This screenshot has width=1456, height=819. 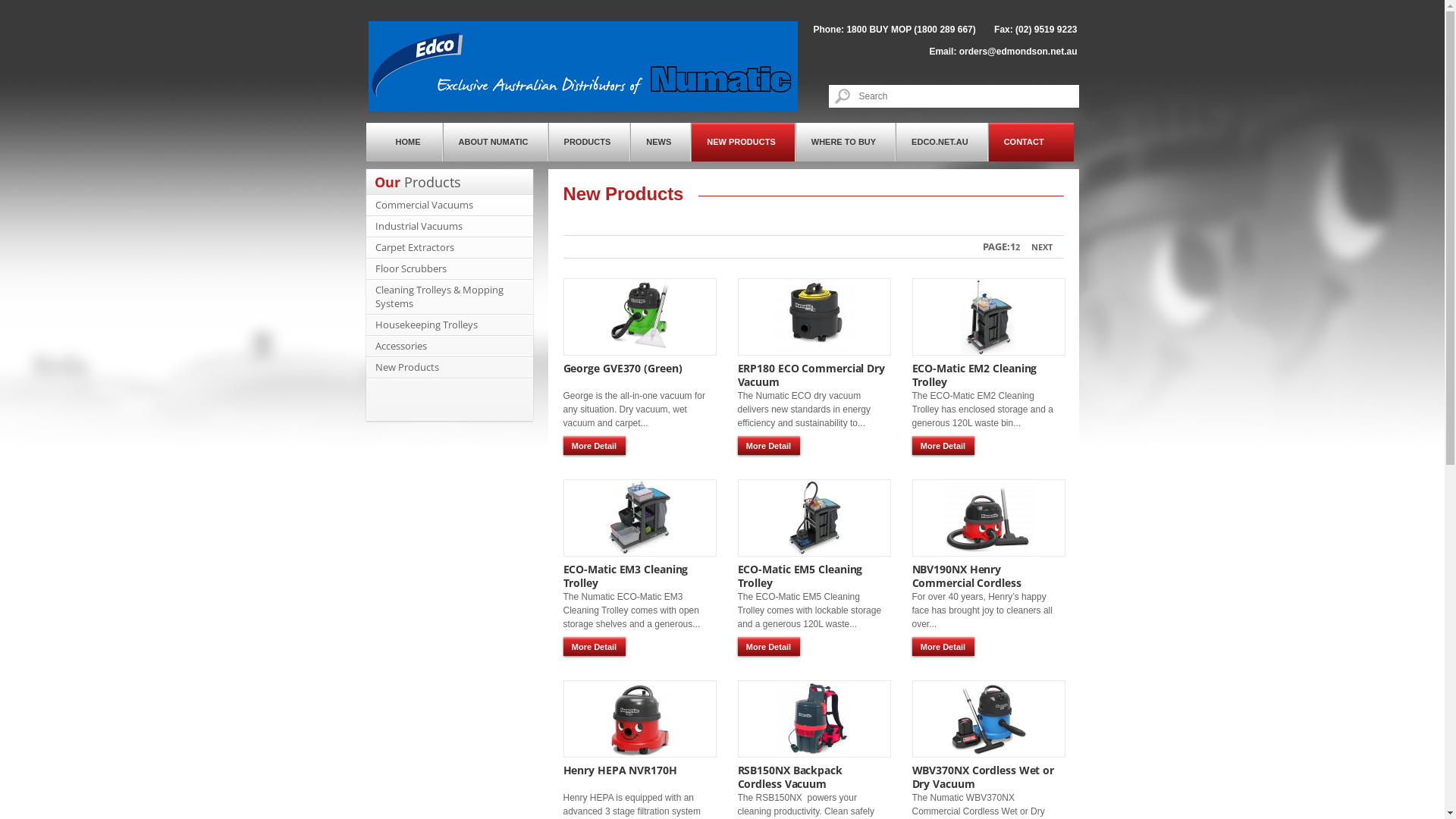 What do you see at coordinates (742, 142) in the screenshot?
I see `'NEW PRODUCTS'` at bounding box center [742, 142].